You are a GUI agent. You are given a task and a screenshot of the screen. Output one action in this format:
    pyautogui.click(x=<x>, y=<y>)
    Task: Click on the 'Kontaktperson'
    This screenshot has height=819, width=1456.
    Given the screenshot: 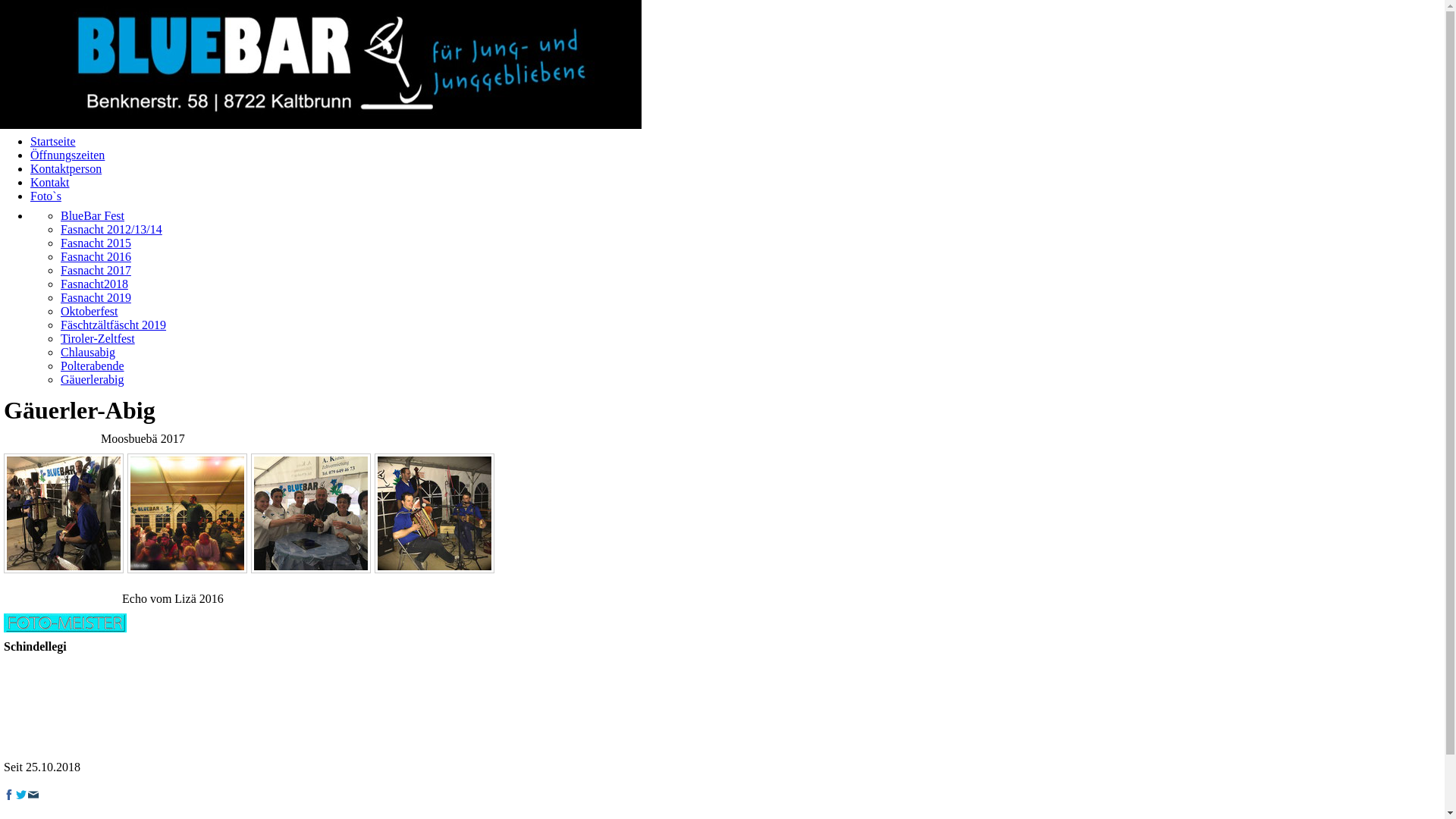 What is the action you would take?
    pyautogui.click(x=64, y=168)
    